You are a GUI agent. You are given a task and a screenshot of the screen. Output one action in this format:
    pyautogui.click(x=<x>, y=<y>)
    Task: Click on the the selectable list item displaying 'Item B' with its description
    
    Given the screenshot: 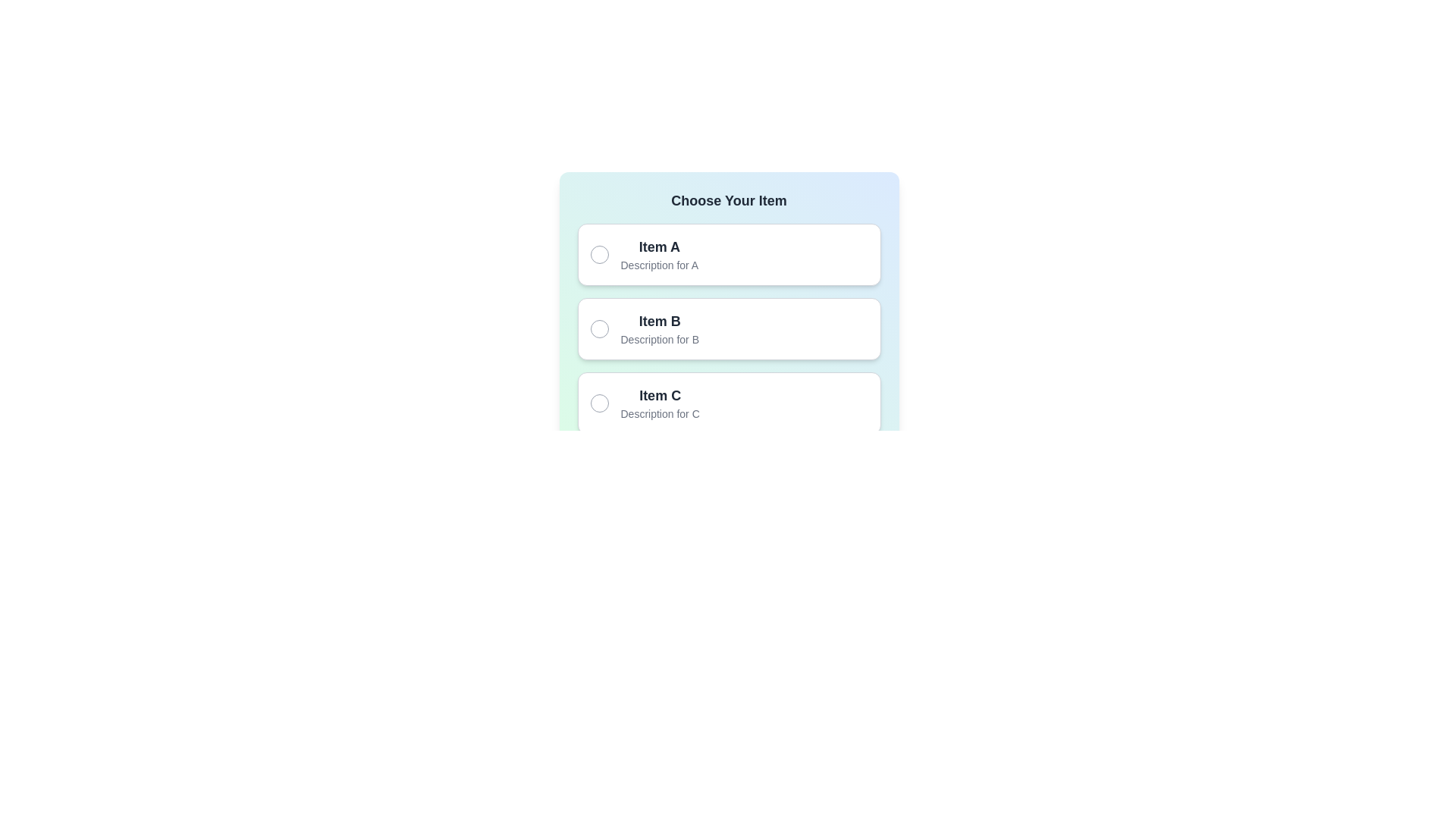 What is the action you would take?
    pyautogui.click(x=729, y=328)
    